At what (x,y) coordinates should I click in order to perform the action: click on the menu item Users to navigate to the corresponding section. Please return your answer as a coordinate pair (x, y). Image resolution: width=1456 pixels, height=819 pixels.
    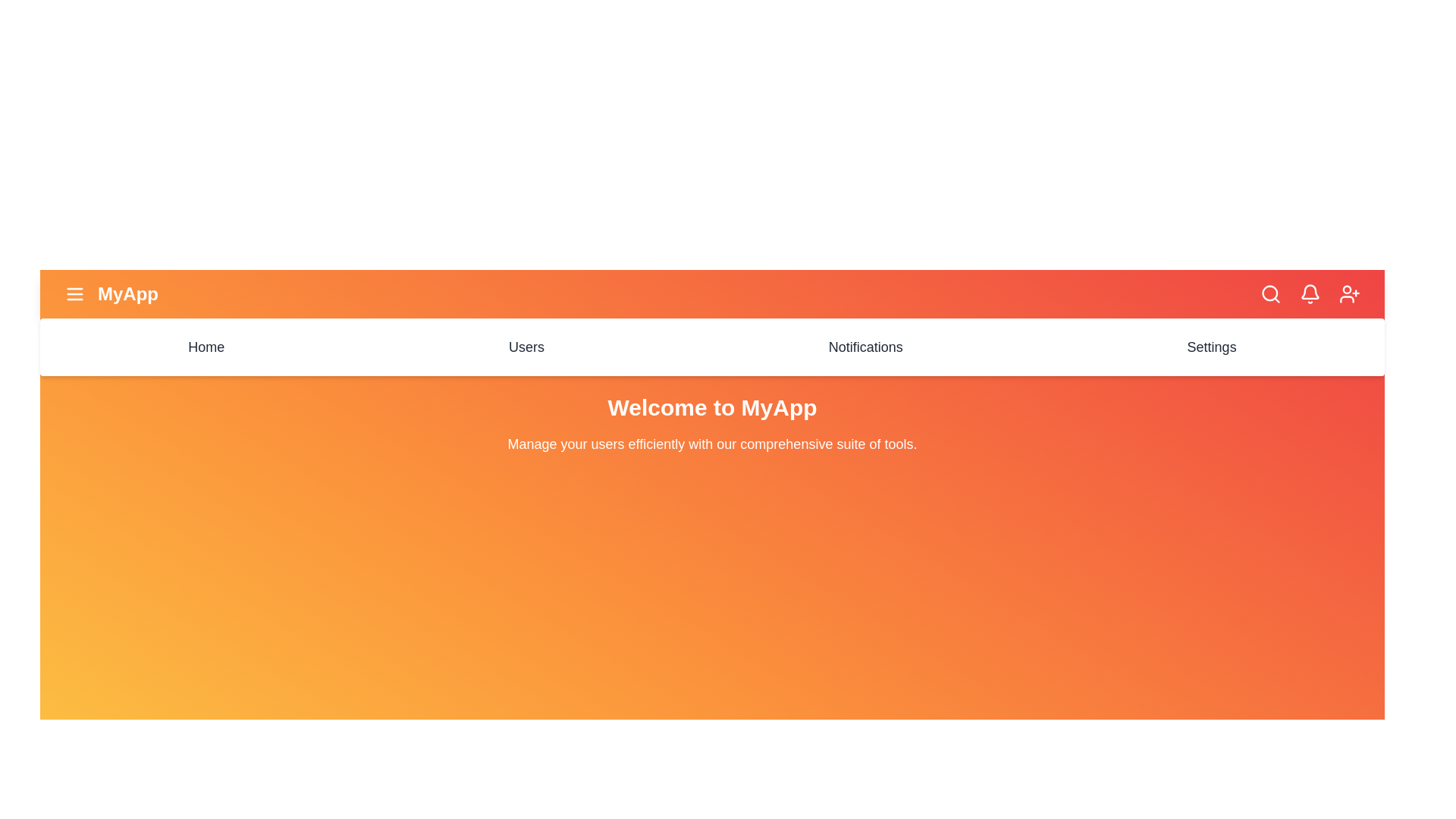
    Looking at the image, I should click on (526, 347).